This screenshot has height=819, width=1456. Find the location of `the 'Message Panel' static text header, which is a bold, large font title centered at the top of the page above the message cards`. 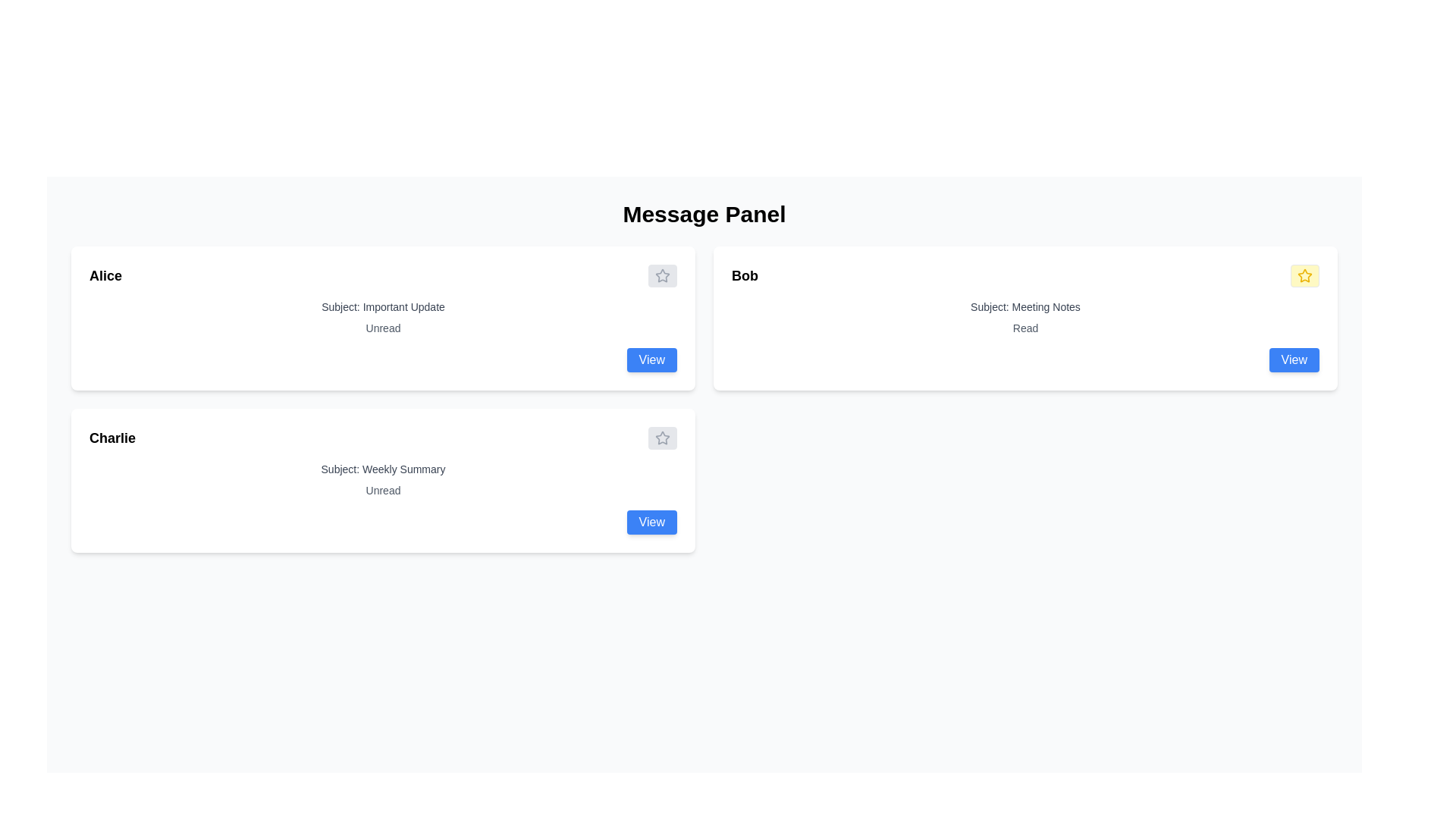

the 'Message Panel' static text header, which is a bold, large font title centered at the top of the page above the message cards is located at coordinates (704, 214).